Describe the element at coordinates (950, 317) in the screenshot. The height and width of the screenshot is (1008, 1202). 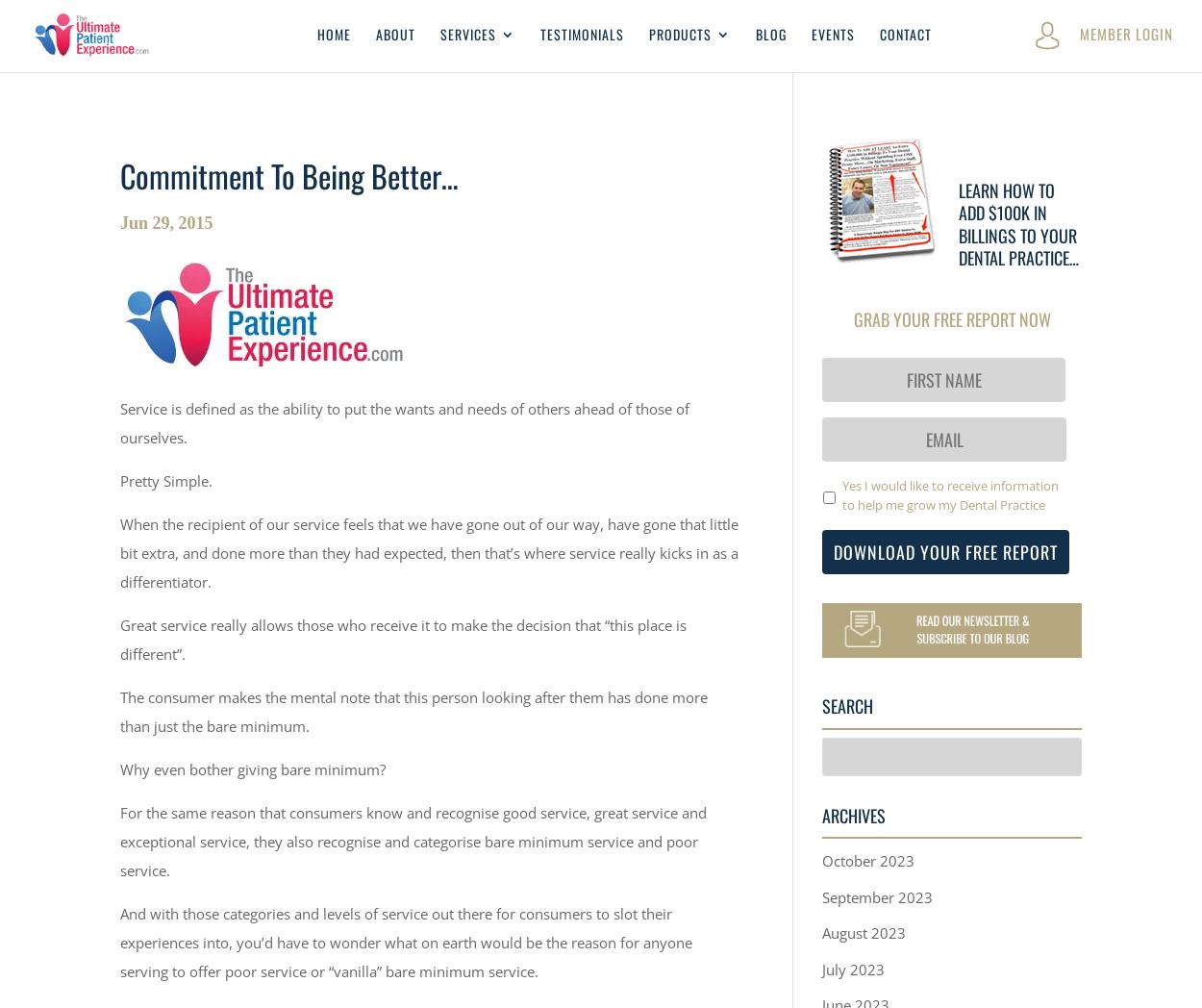
I see `'GRAB YOUR FREE REPORT NOW'` at that location.